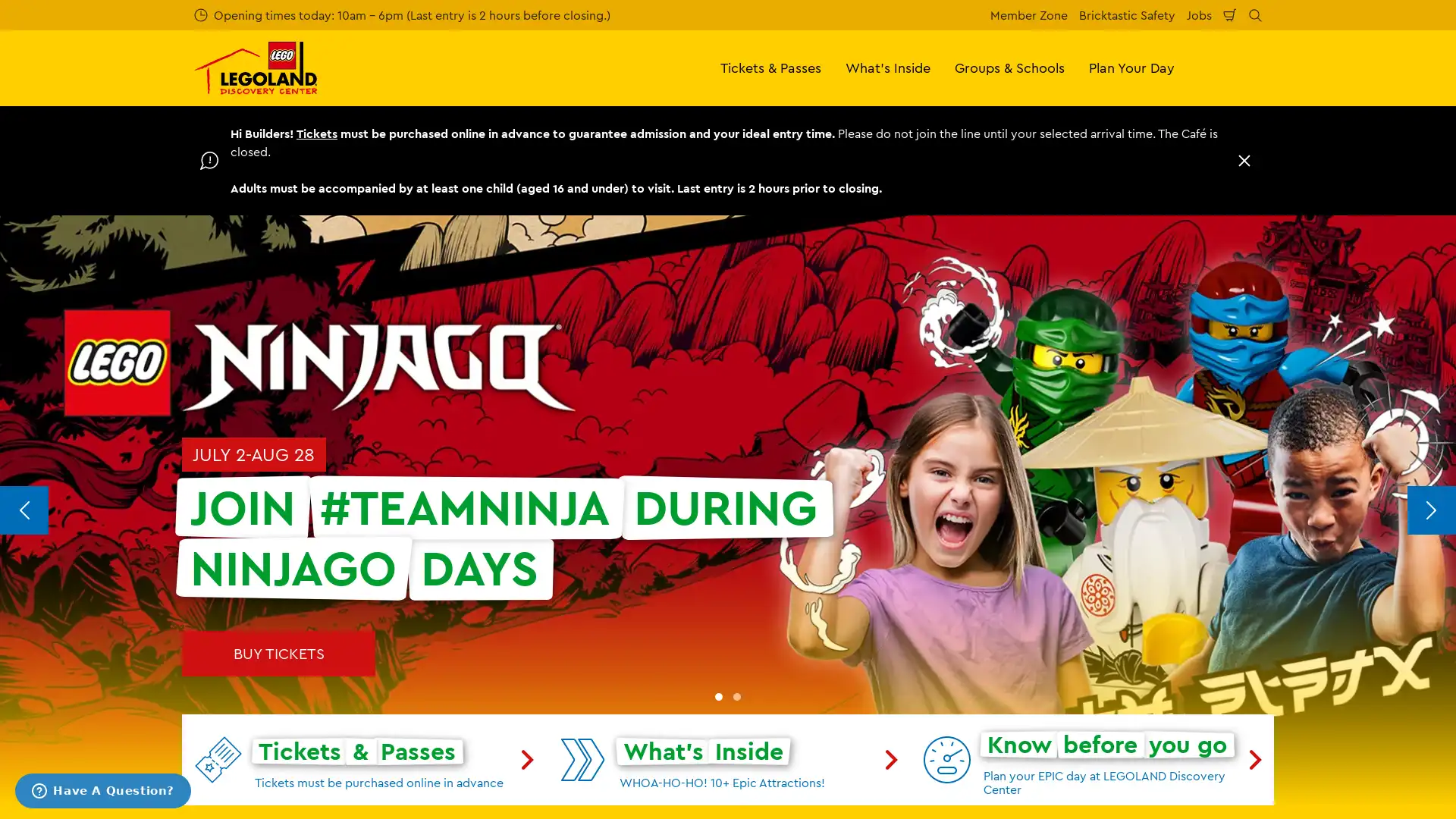 This screenshot has height=819, width=1456. What do you see at coordinates (718, 696) in the screenshot?
I see `Go to slide 1` at bounding box center [718, 696].